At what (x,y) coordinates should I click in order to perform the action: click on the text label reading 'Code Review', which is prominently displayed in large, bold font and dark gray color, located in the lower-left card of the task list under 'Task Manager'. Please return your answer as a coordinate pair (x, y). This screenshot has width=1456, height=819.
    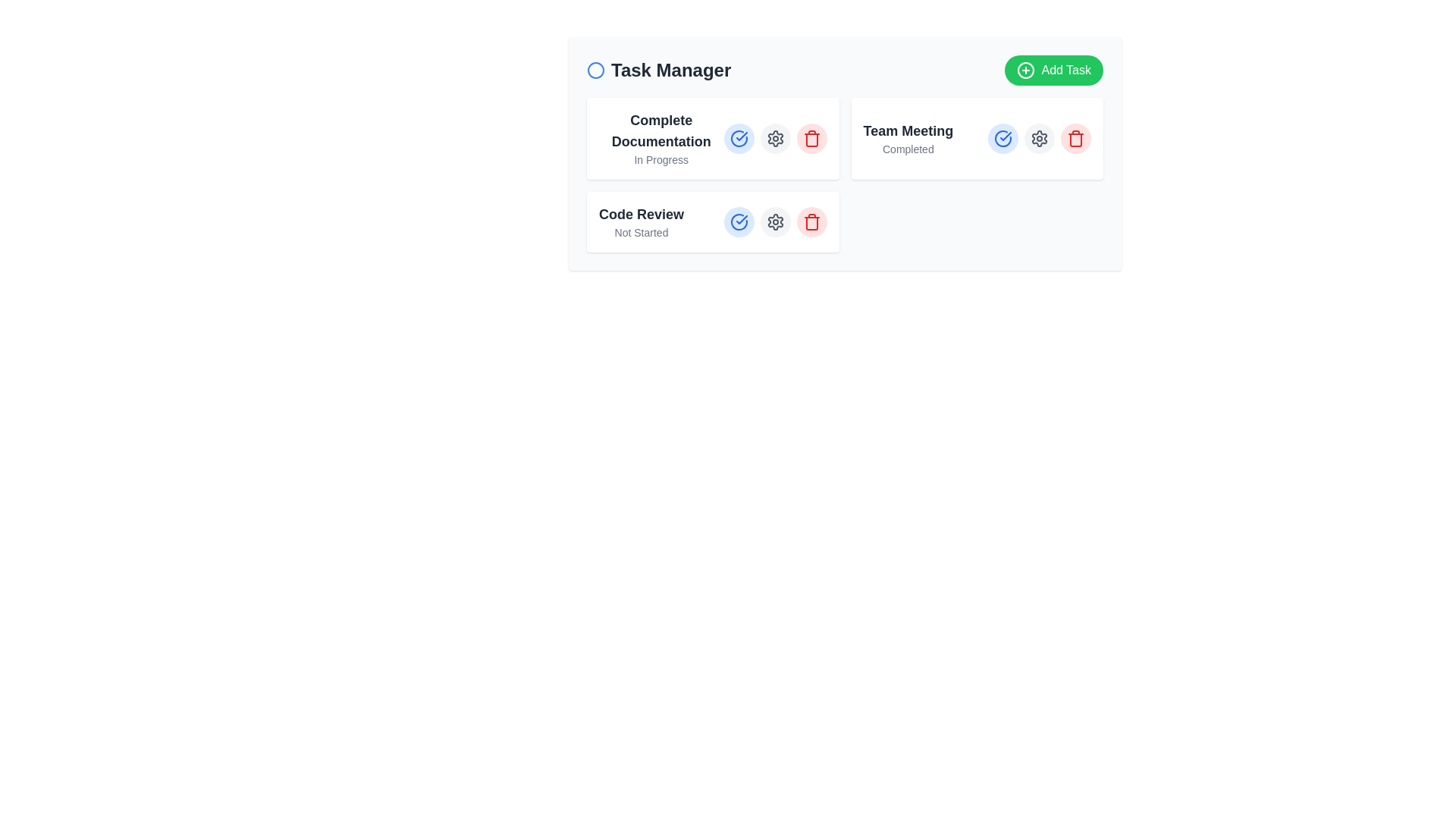
    Looking at the image, I should click on (641, 214).